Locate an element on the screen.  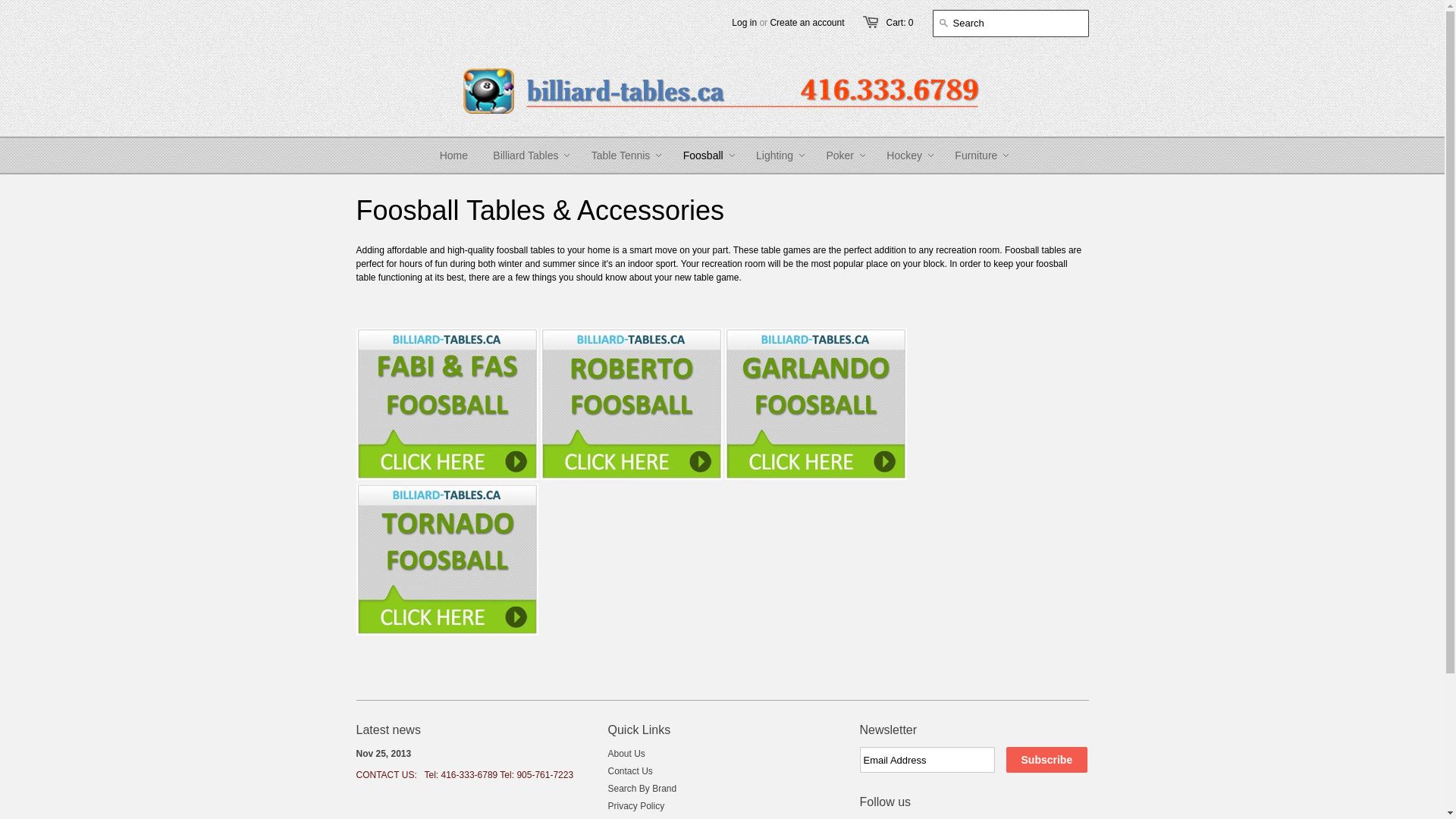
'Billiard Tables' is located at coordinates (525, 155).